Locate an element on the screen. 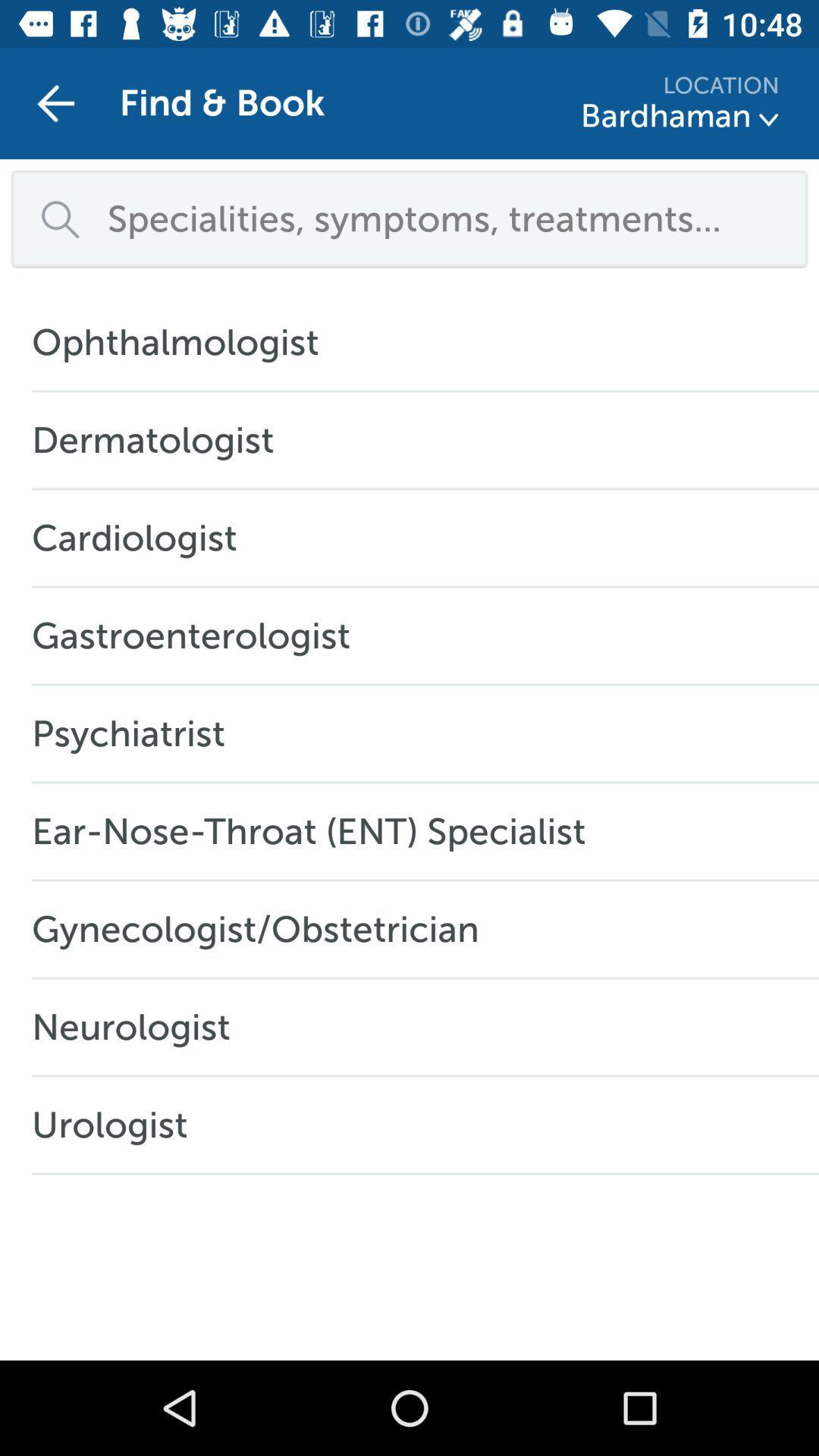 The height and width of the screenshot is (1456, 819). item below the gynecologist/obstetrician item is located at coordinates (139, 1027).